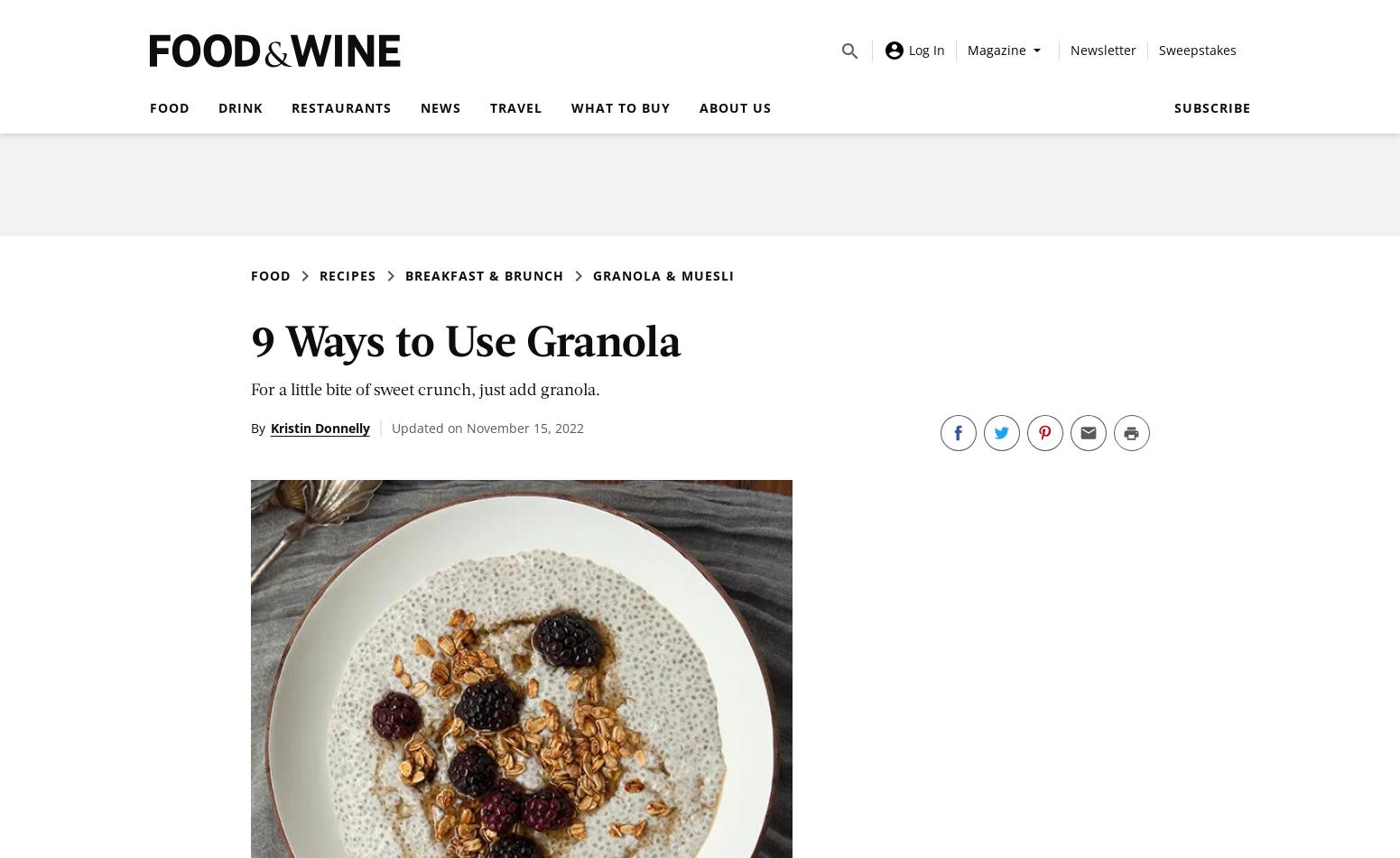  Describe the element at coordinates (1102, 49) in the screenshot. I see `'Newsletter'` at that location.